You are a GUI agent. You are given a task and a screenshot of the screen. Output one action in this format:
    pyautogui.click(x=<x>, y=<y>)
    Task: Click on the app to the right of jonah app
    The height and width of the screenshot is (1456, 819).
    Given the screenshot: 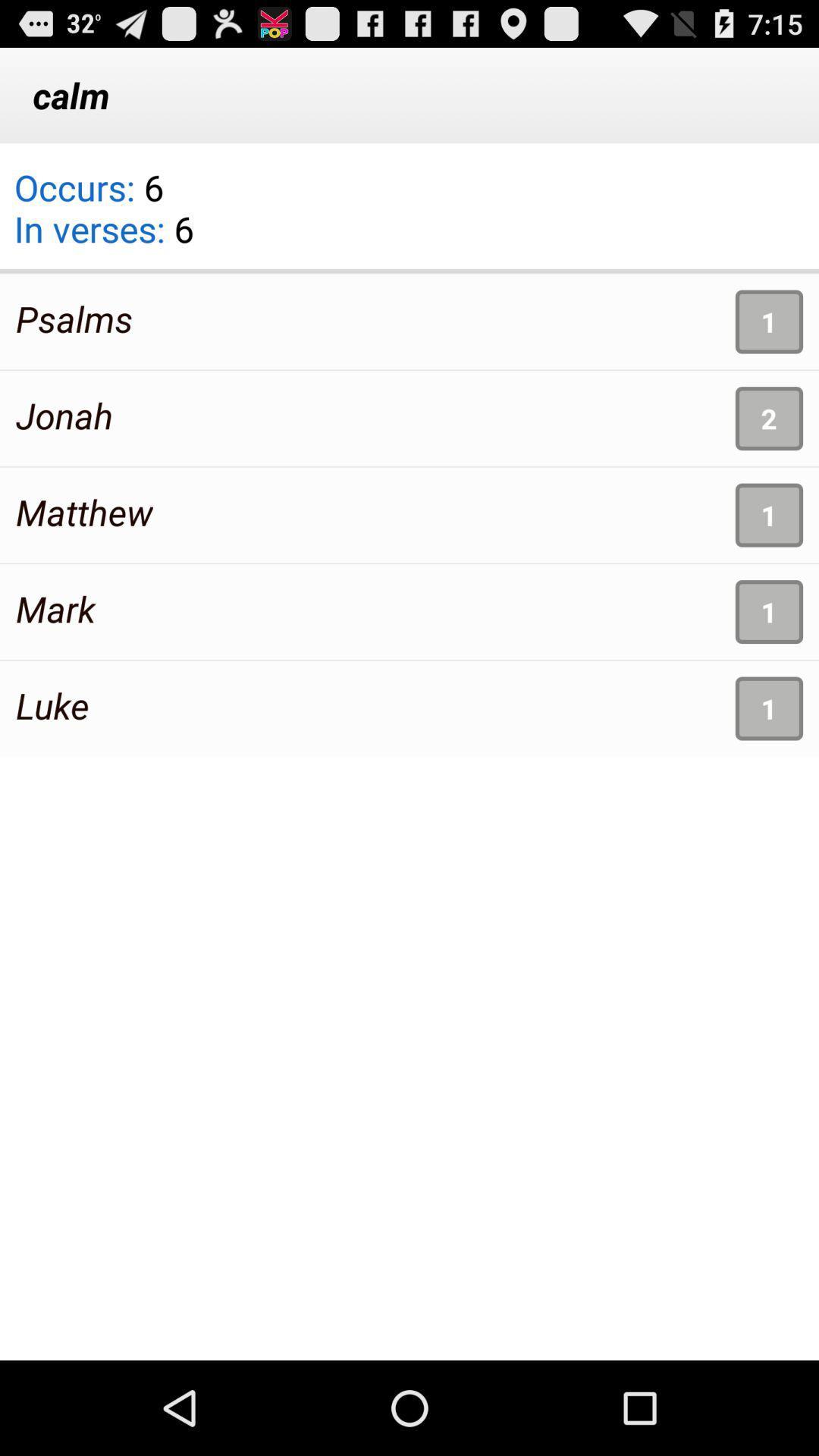 What is the action you would take?
    pyautogui.click(x=769, y=419)
    